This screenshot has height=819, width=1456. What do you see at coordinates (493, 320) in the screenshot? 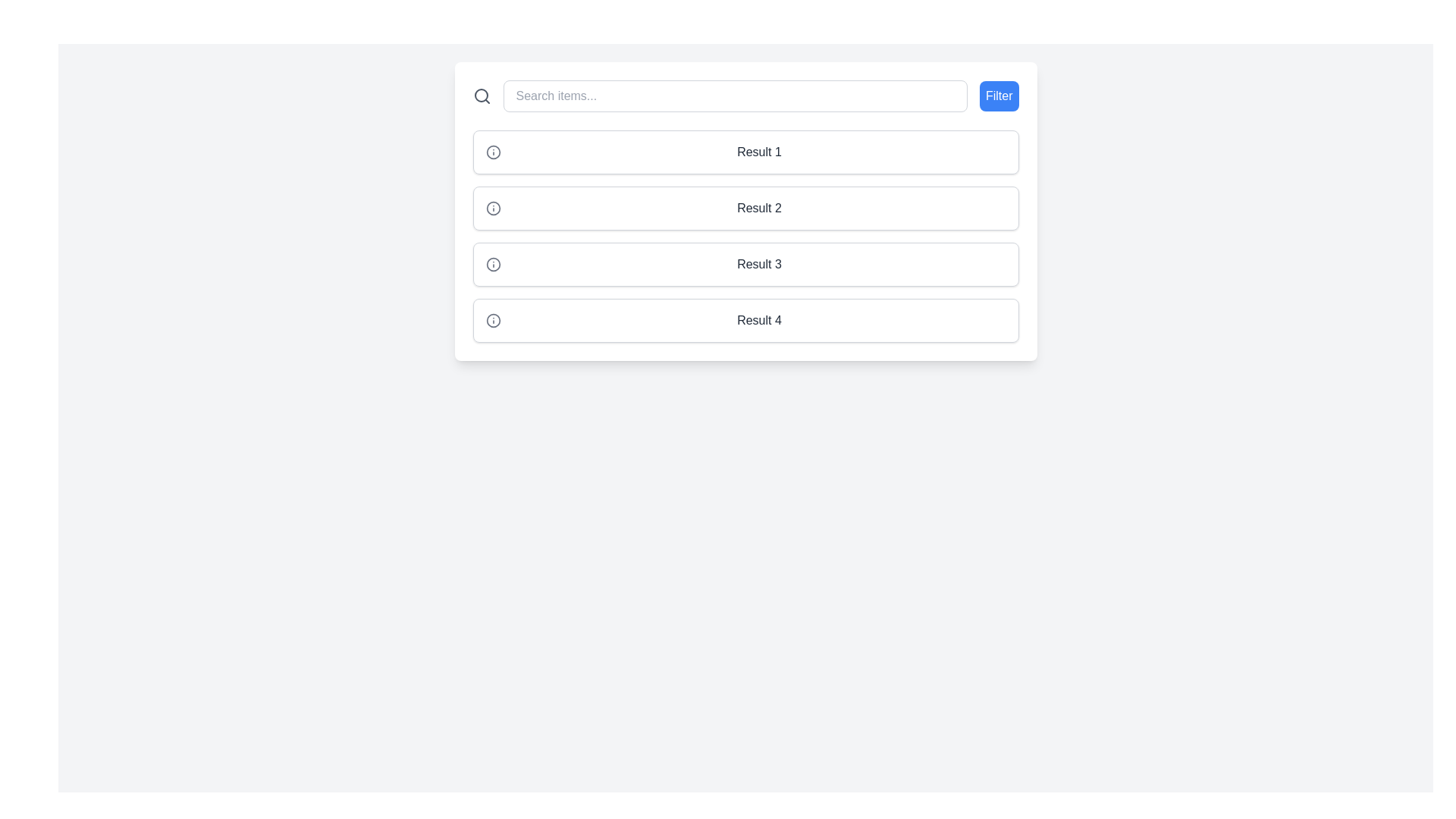
I see `the information icon located at the leftmost part of the 'Result 4' row, which precedes the text 'Result 4'` at bounding box center [493, 320].